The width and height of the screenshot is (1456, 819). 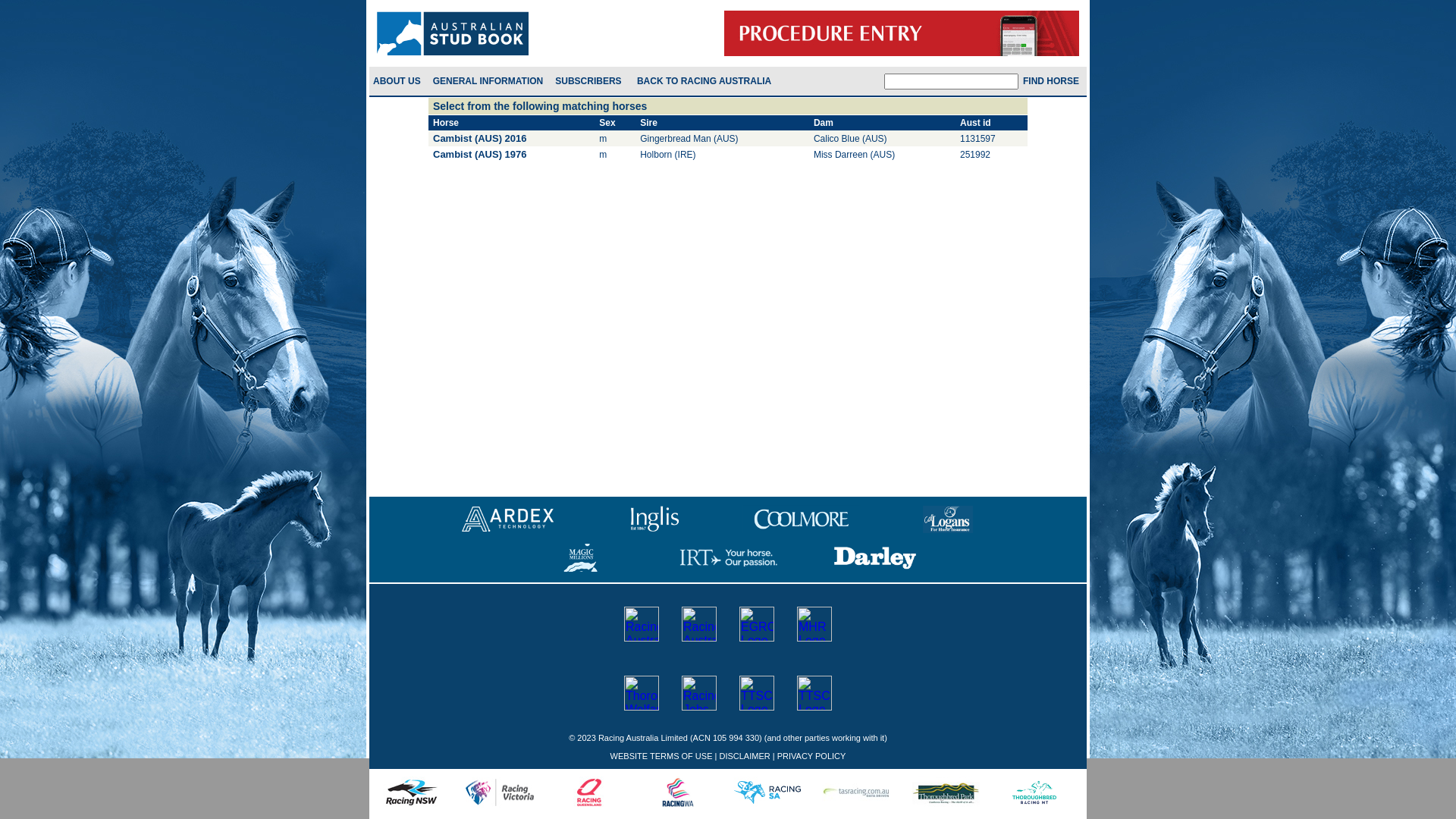 What do you see at coordinates (855, 792) in the screenshot?
I see `'TASRacing'` at bounding box center [855, 792].